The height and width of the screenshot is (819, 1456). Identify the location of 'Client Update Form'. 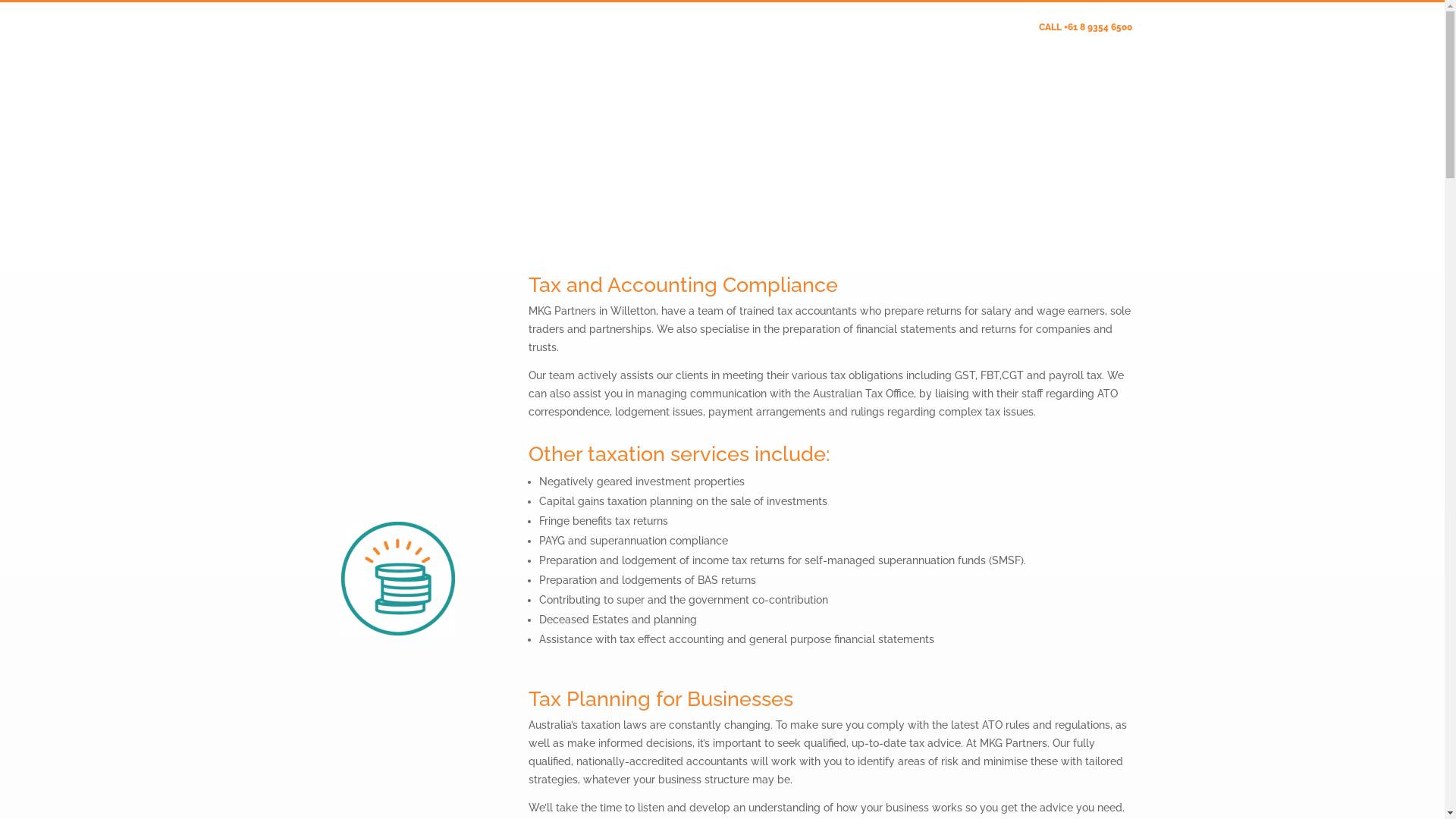
(968, 30).